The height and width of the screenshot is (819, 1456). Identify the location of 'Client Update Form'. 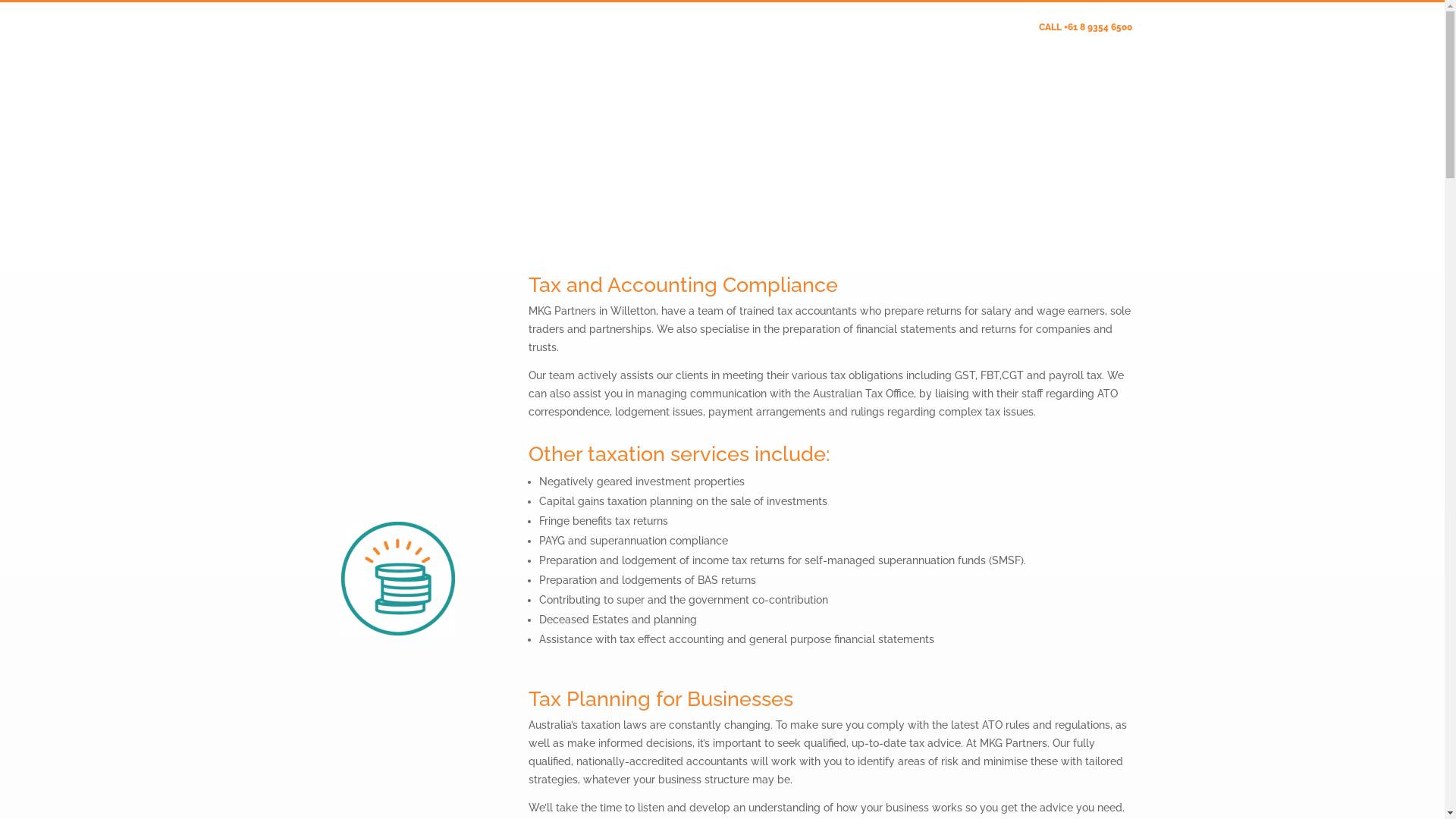
(968, 30).